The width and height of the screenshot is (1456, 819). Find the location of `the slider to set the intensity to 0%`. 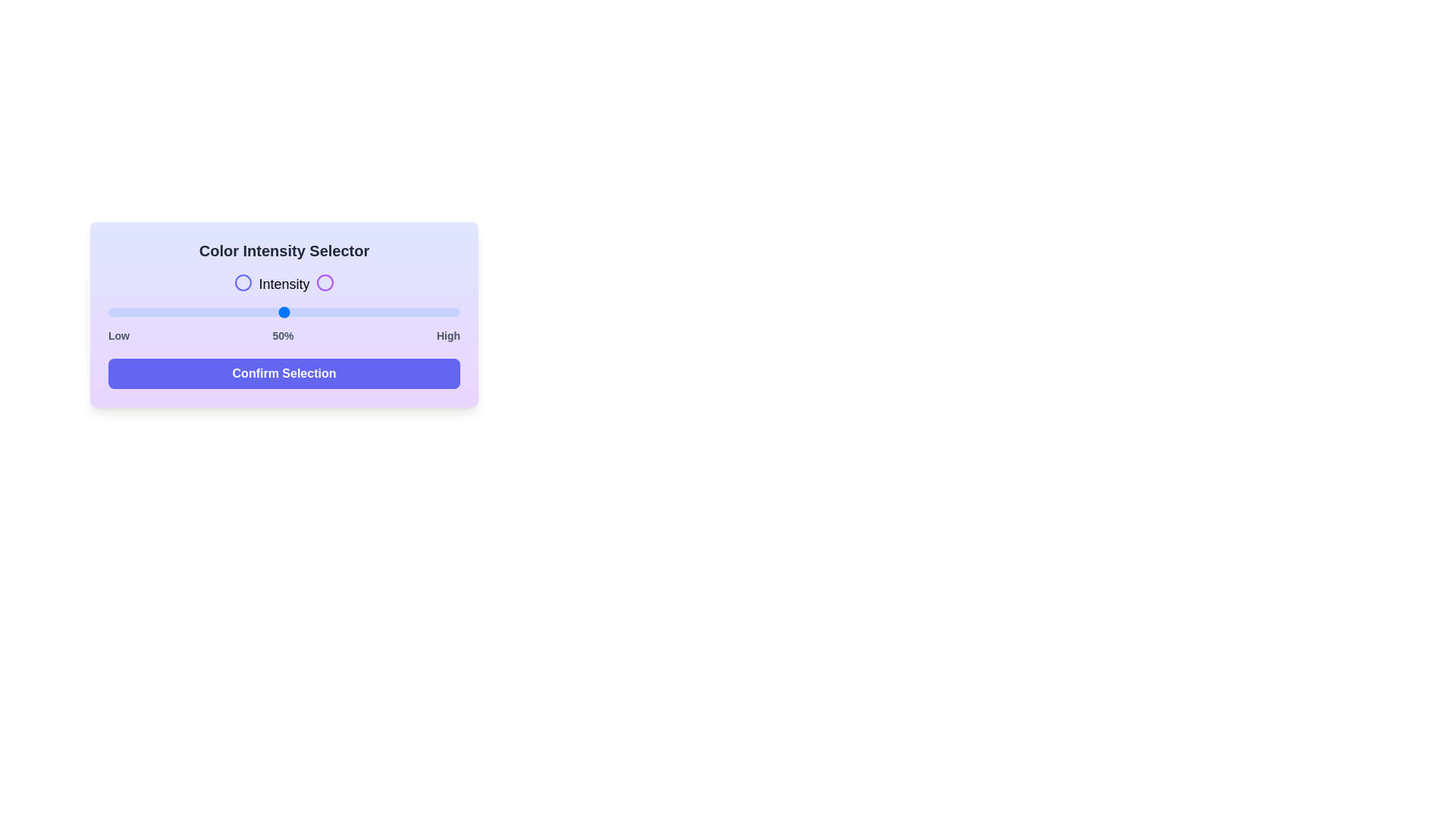

the slider to set the intensity to 0% is located at coordinates (108, 312).